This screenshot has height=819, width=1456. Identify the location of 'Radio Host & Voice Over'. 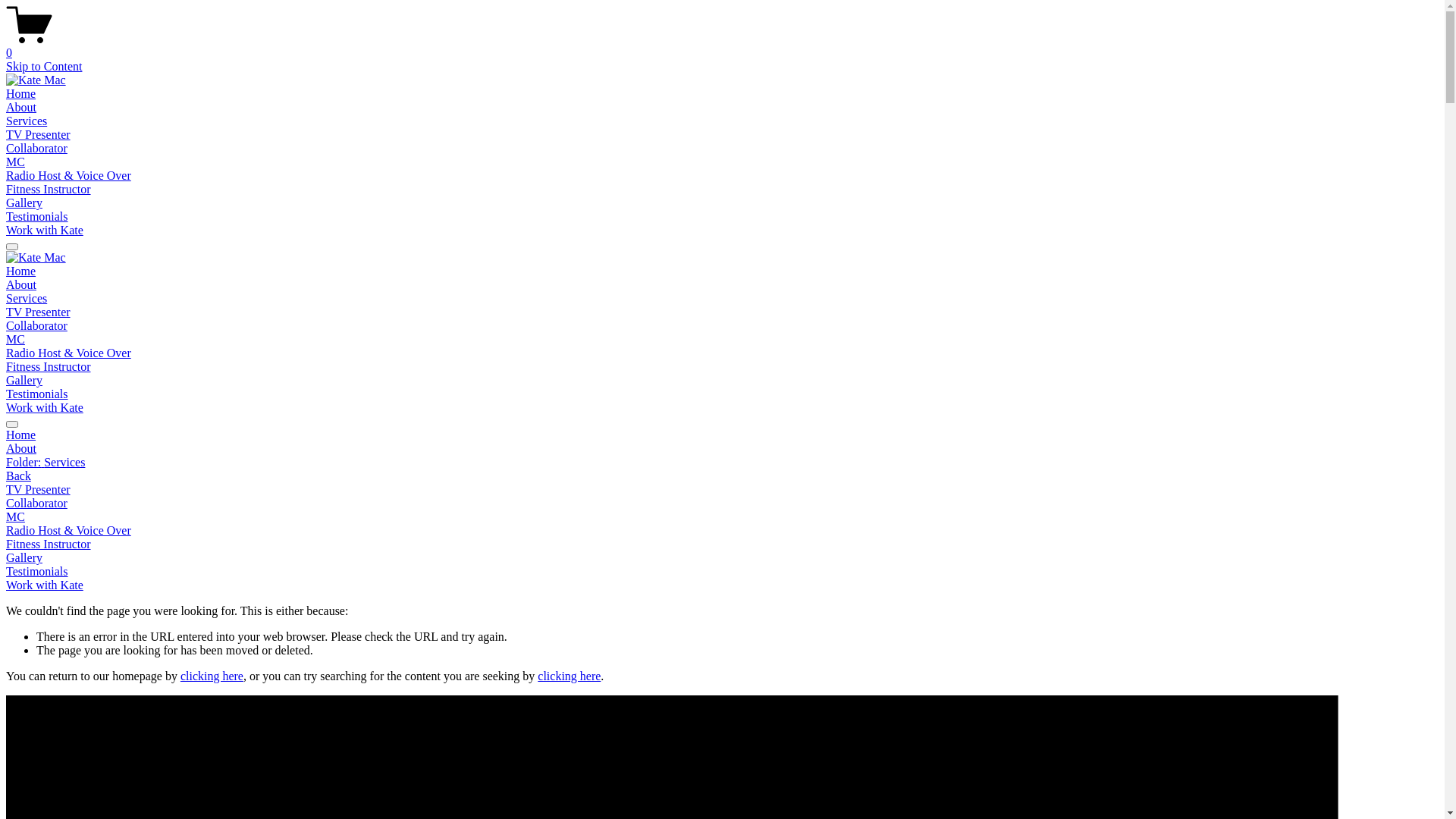
(721, 529).